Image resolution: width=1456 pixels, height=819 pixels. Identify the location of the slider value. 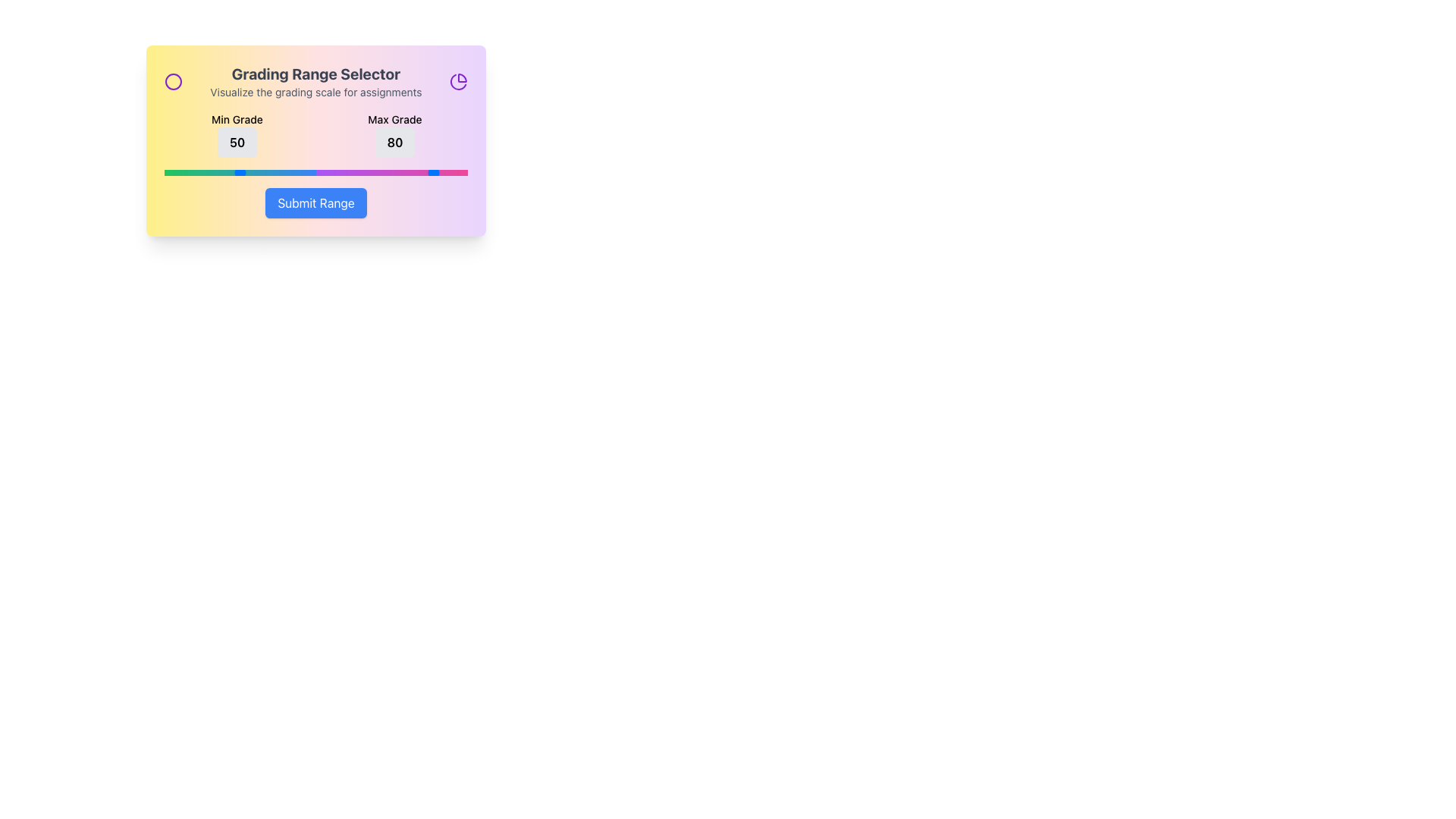
(342, 171).